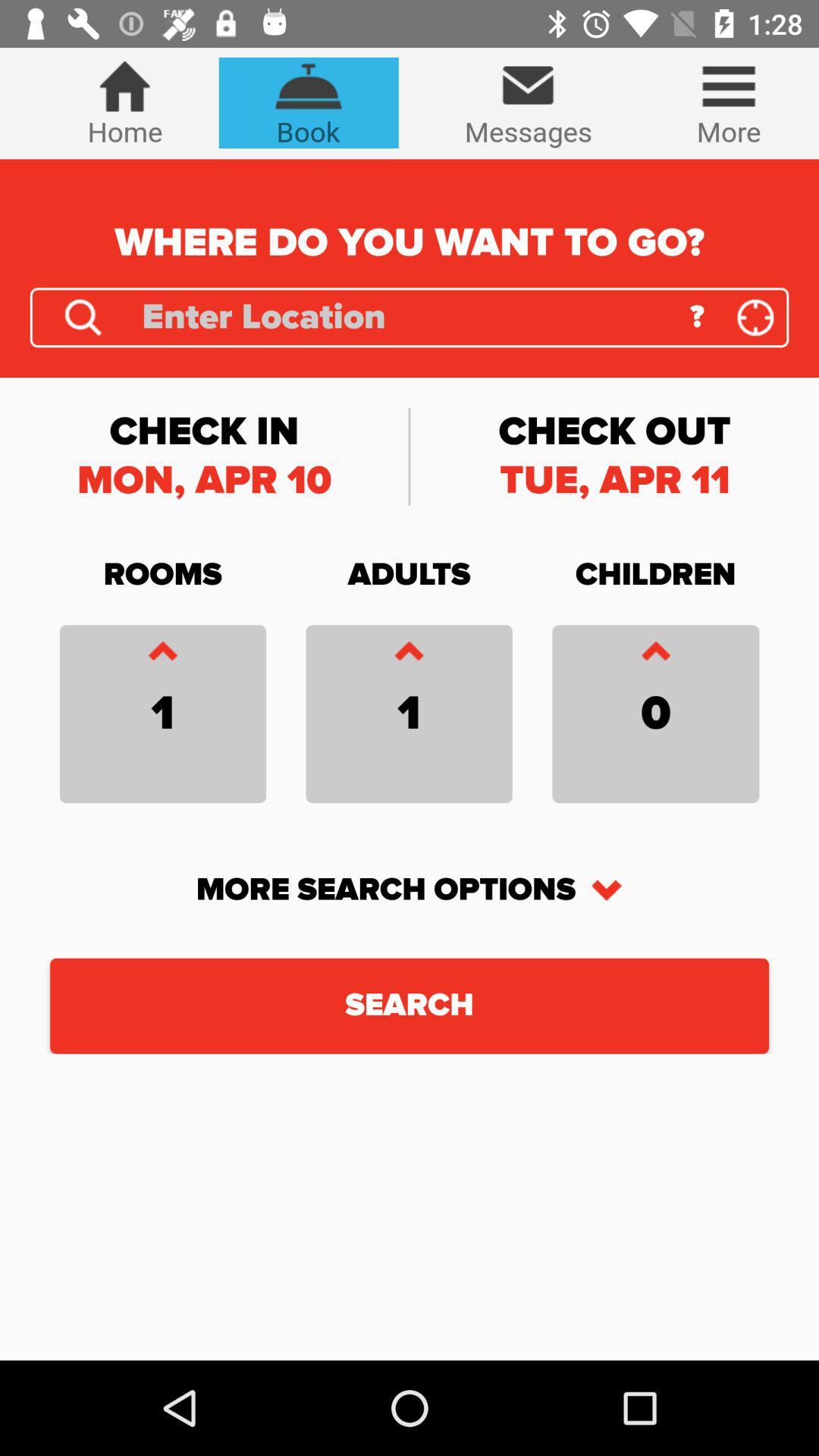 This screenshot has height=1456, width=819. I want to click on increase, so click(162, 654).